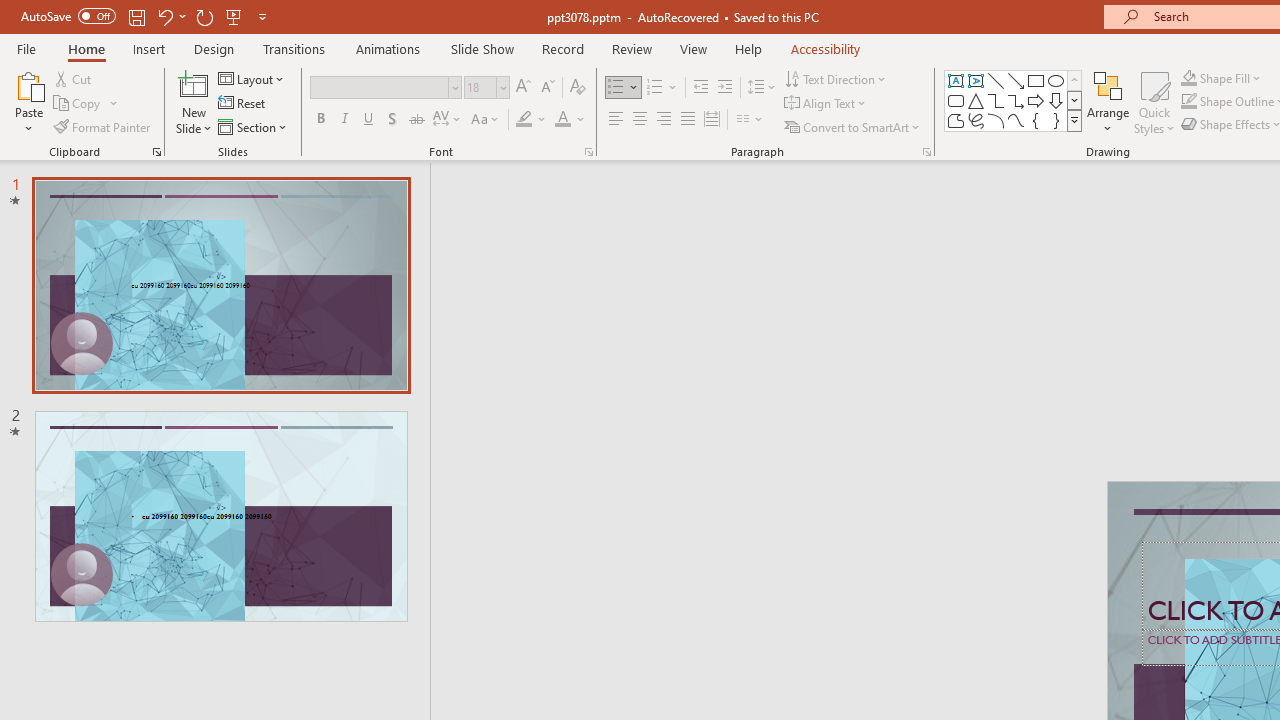 The width and height of the screenshot is (1280, 720). I want to click on 'Connector: Elbow', so click(995, 100).